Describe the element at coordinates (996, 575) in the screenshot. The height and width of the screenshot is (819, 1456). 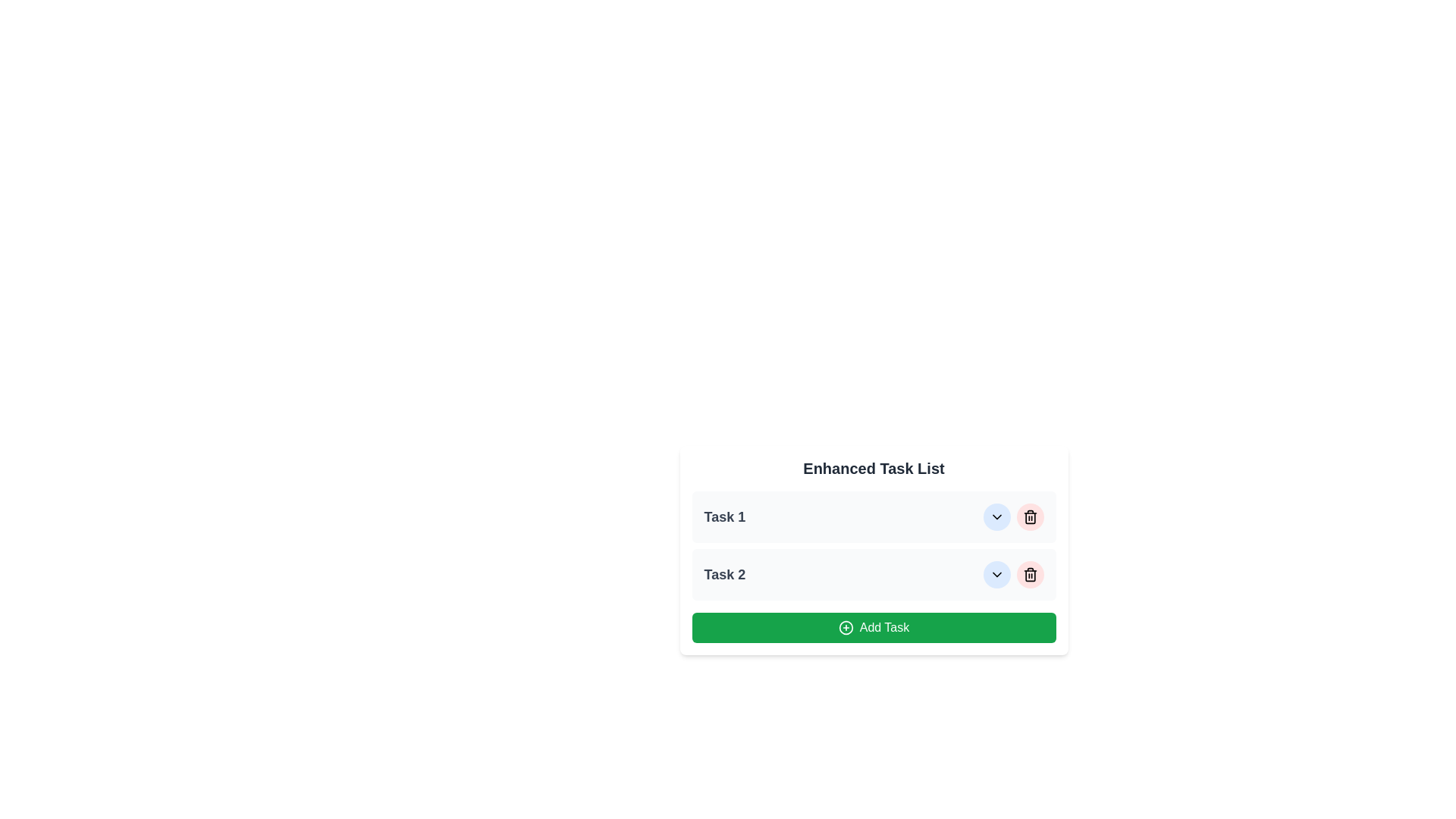
I see `the Dropdown Icon located to the right of the 'Task 2' label` at that location.